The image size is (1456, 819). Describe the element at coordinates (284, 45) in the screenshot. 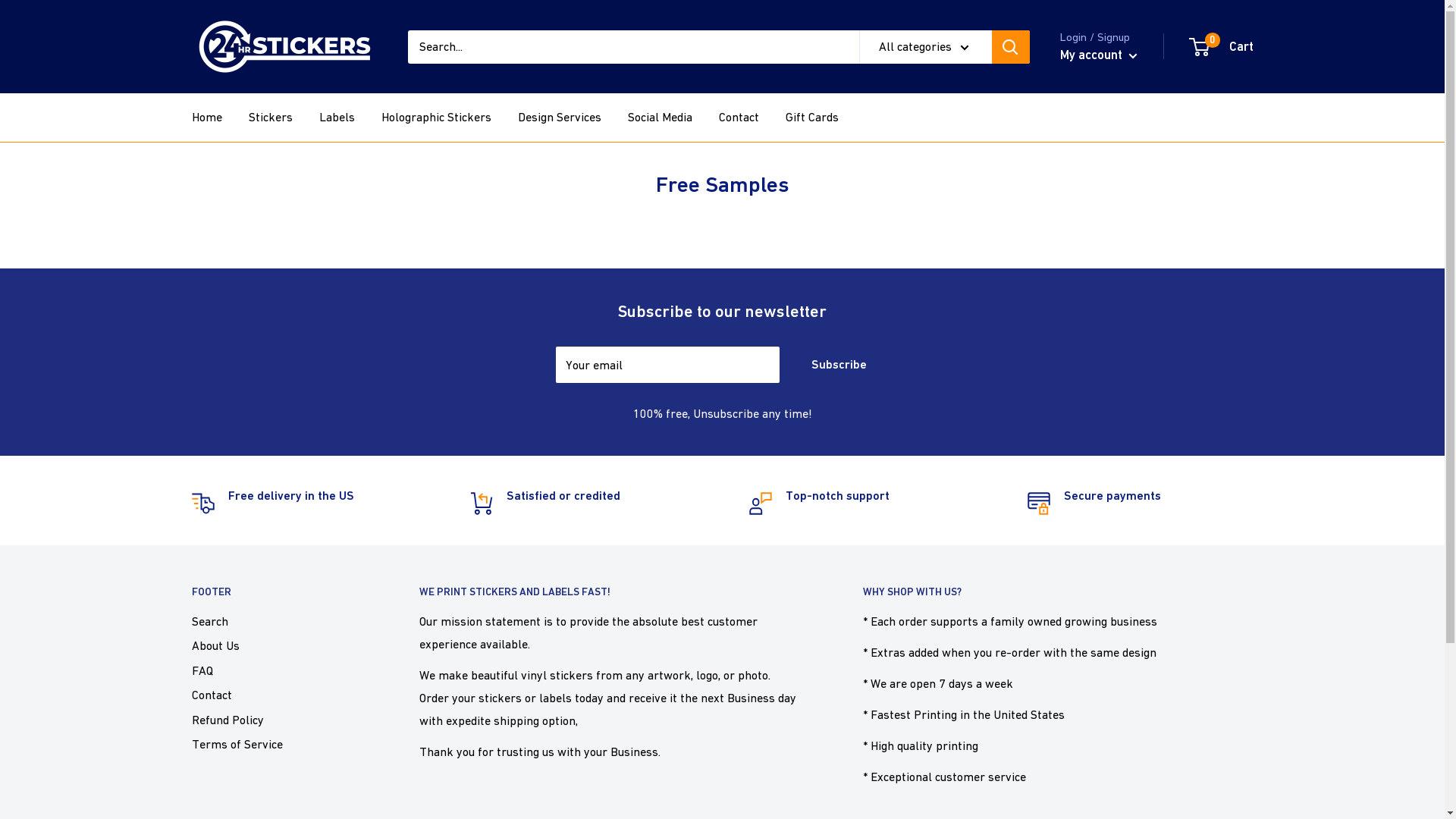

I see `'24hrstickers'` at that location.